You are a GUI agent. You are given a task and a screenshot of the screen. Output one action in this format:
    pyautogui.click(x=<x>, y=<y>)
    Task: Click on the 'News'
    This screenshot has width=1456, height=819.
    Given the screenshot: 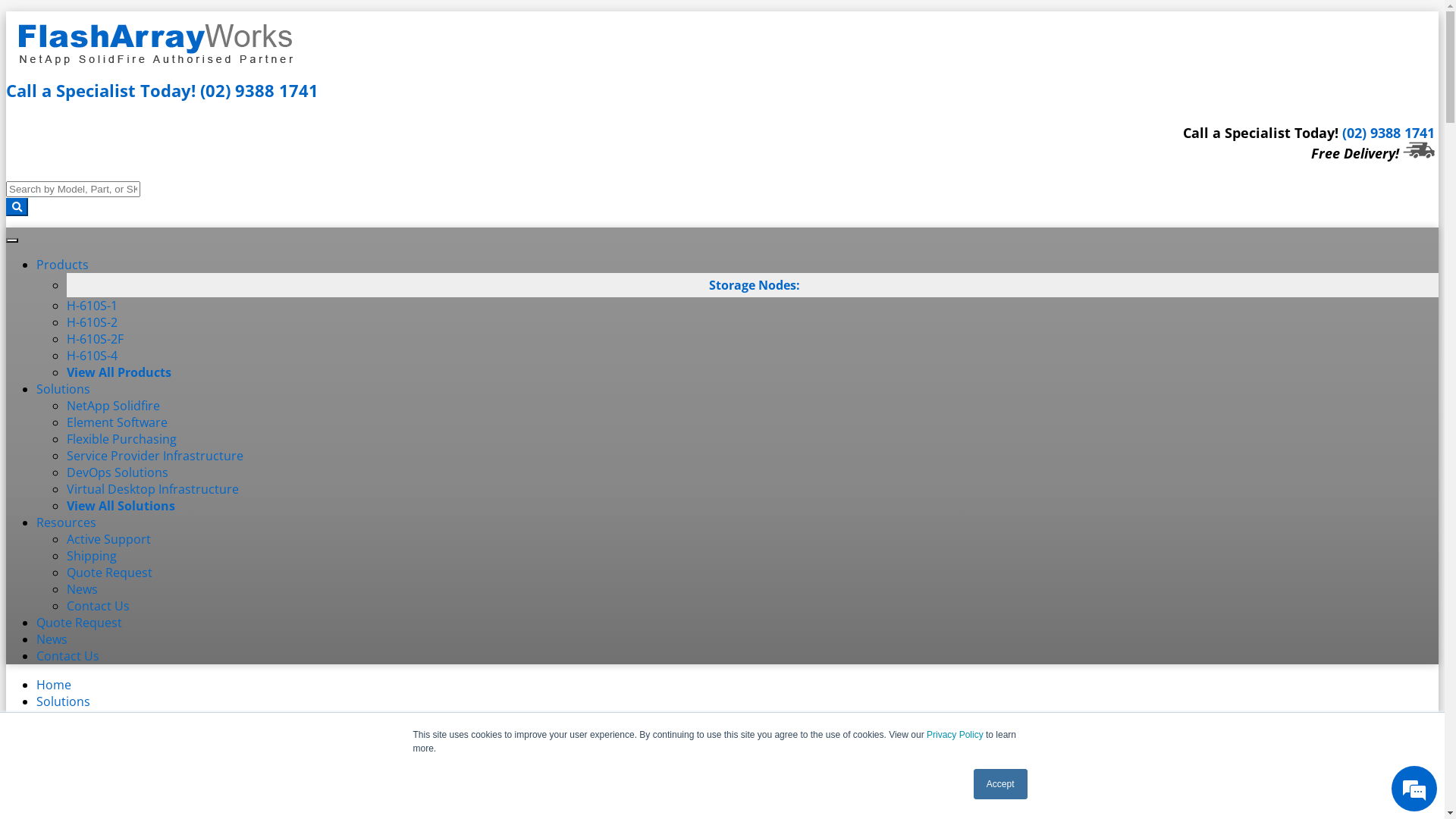 What is the action you would take?
    pyautogui.click(x=65, y=588)
    